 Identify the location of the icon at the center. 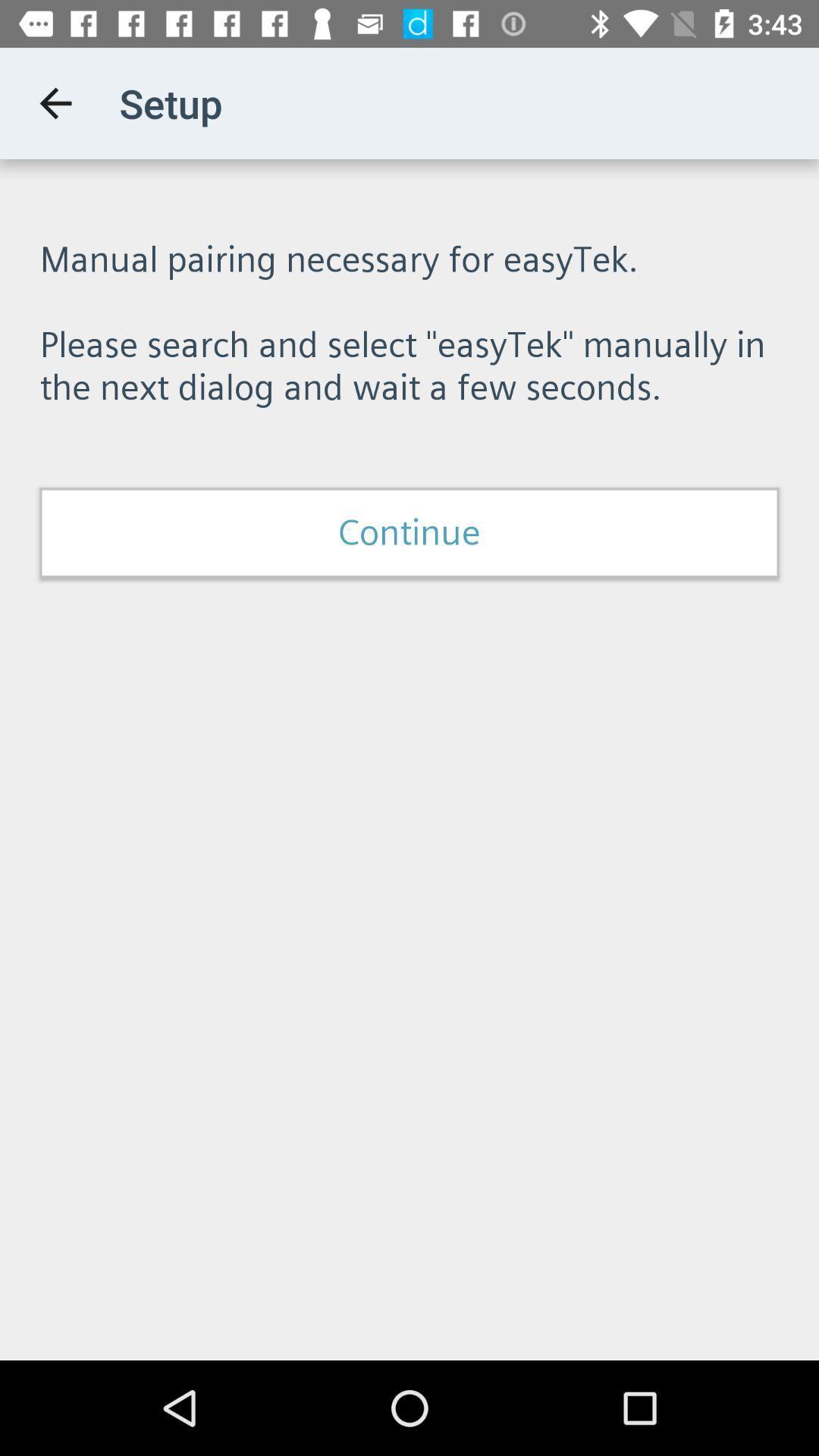
(409, 532).